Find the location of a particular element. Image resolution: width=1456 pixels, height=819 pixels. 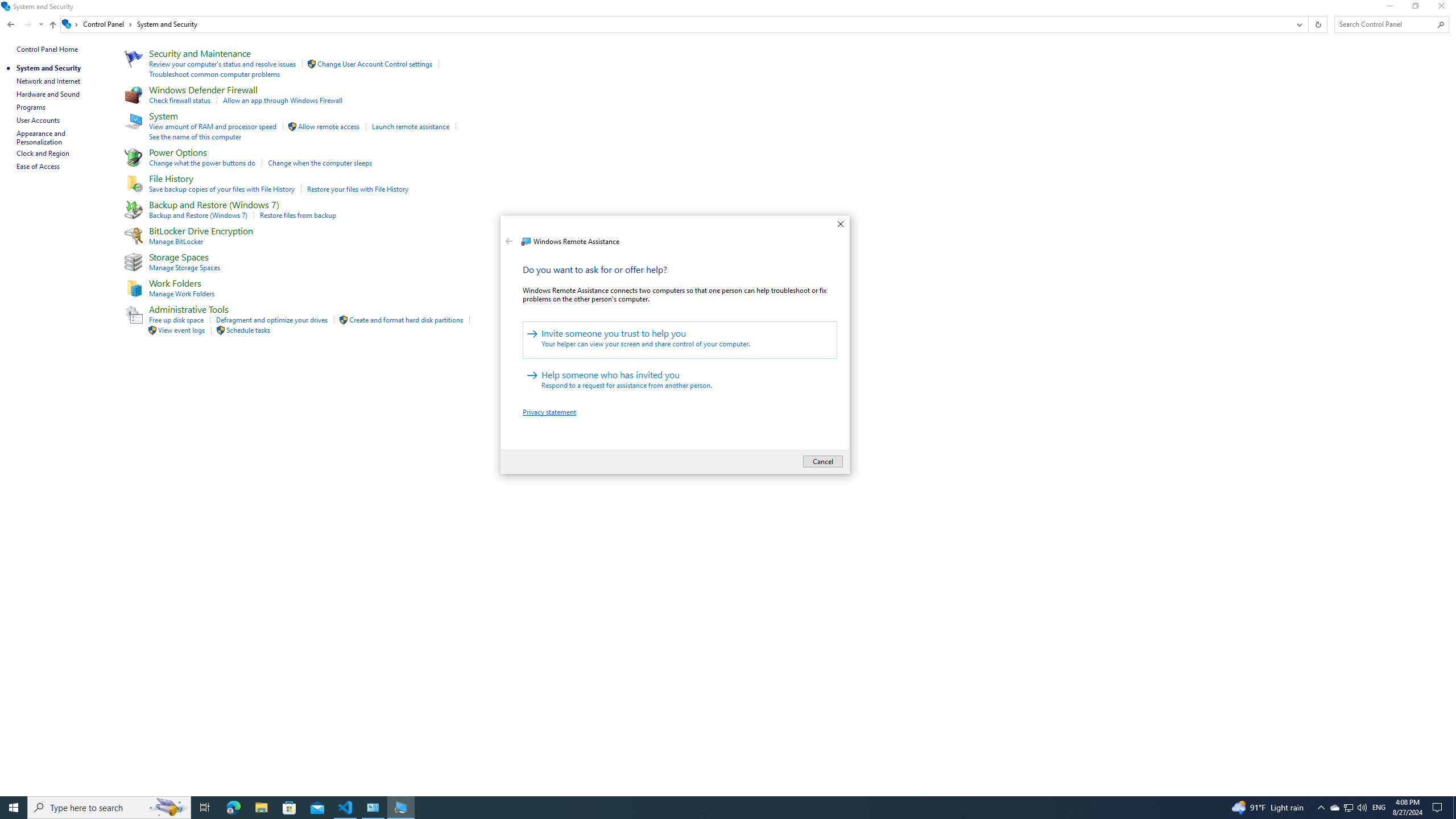

'Privacy statement' is located at coordinates (549, 411).